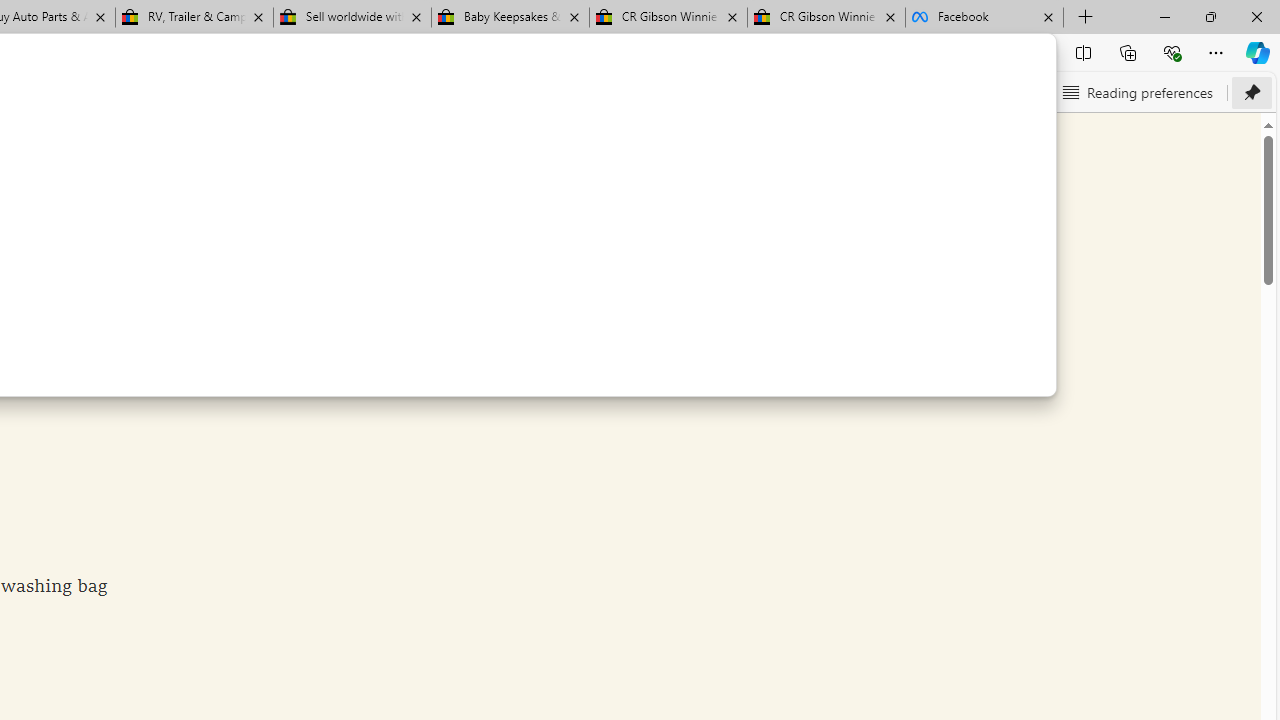  What do you see at coordinates (510, 17) in the screenshot?
I see `'Baby Keepsakes & Announcements for sale | eBay'` at bounding box center [510, 17].